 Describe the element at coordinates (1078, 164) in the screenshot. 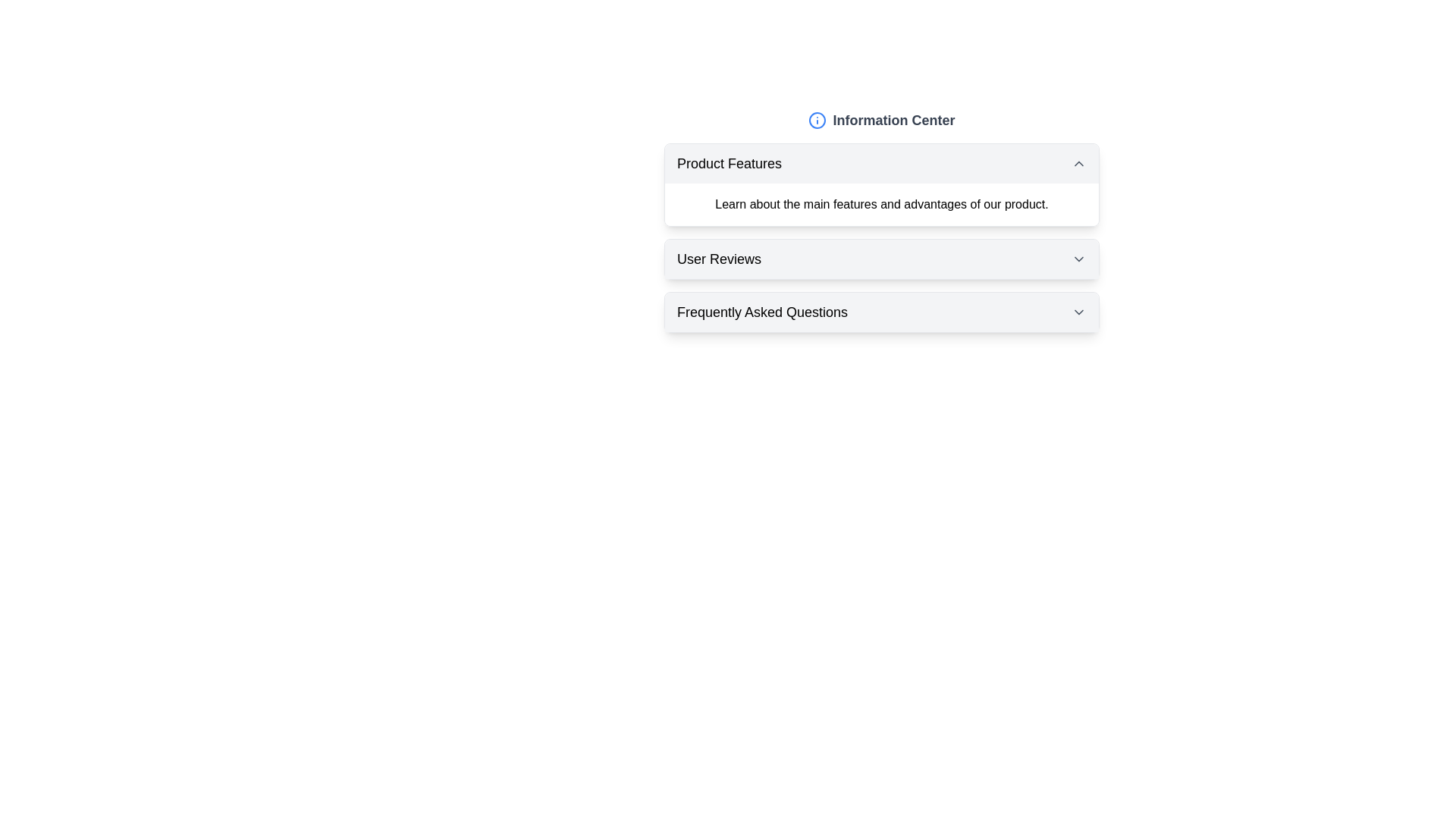

I see `the small upward arrow icon located at the top-right corner of the 'Product Features' section header` at that location.